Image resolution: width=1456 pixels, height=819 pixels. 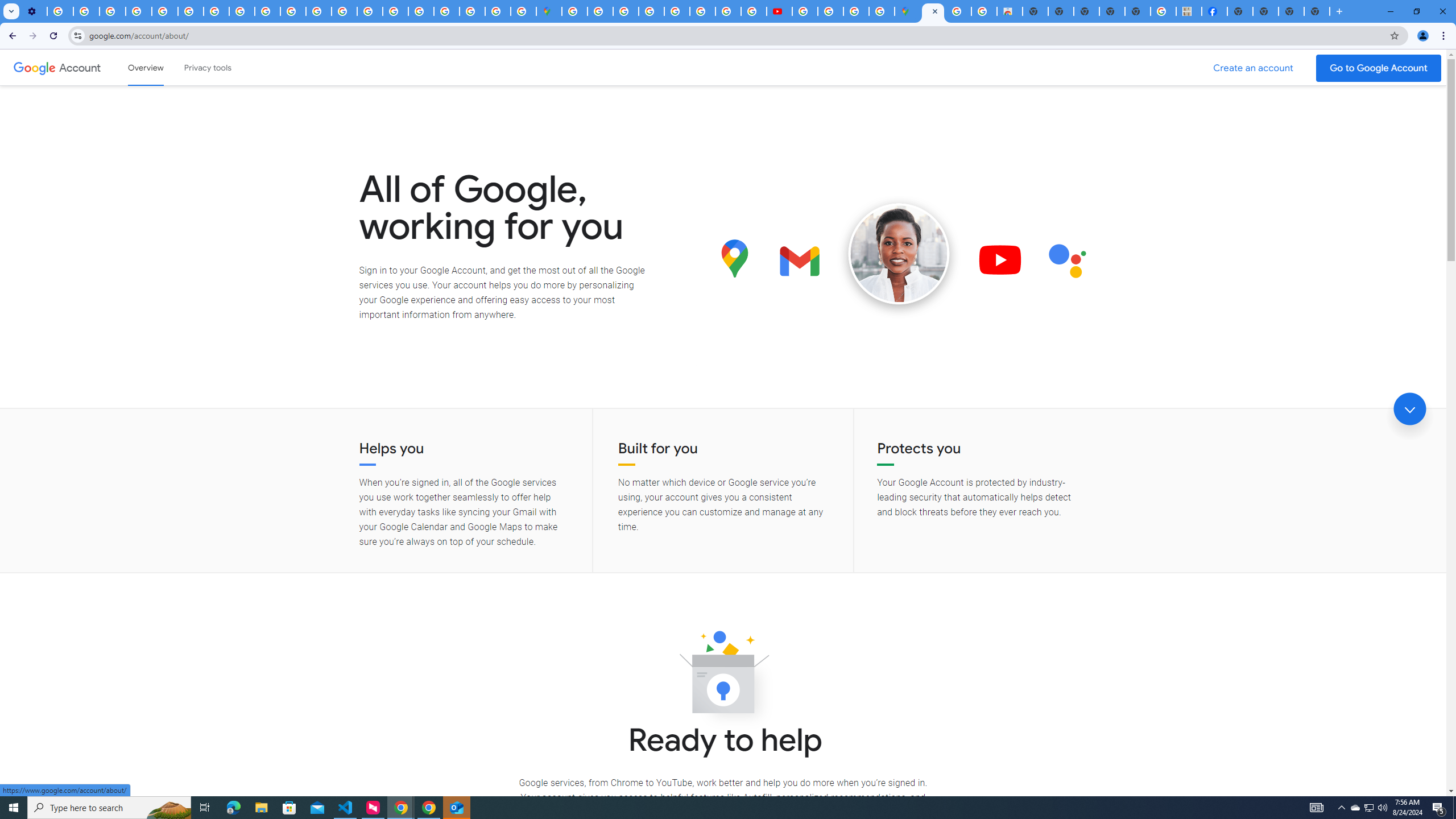 I want to click on 'Address and search bar', so click(x=735, y=35).